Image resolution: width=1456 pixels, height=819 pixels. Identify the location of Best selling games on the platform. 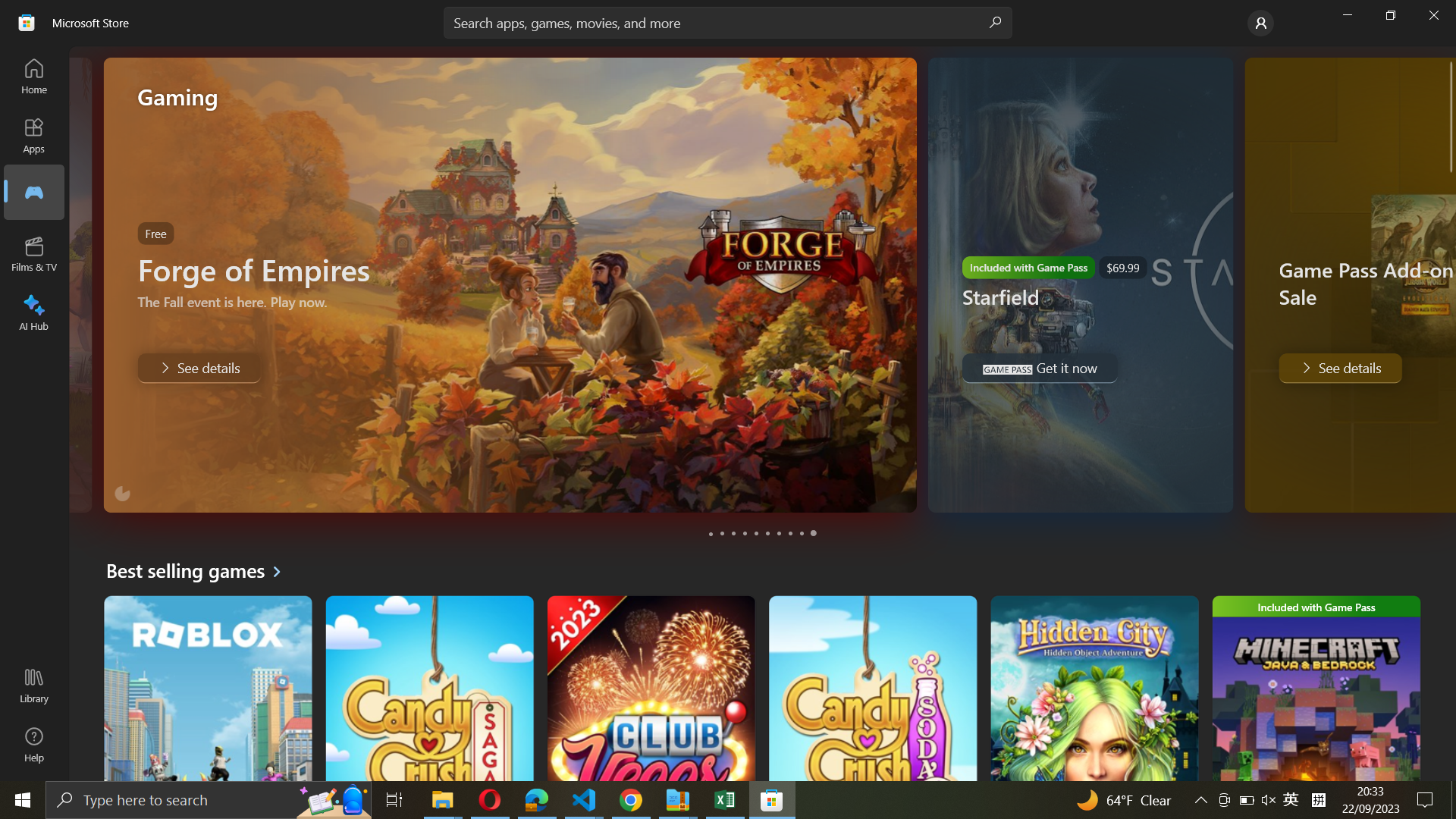
(199, 570).